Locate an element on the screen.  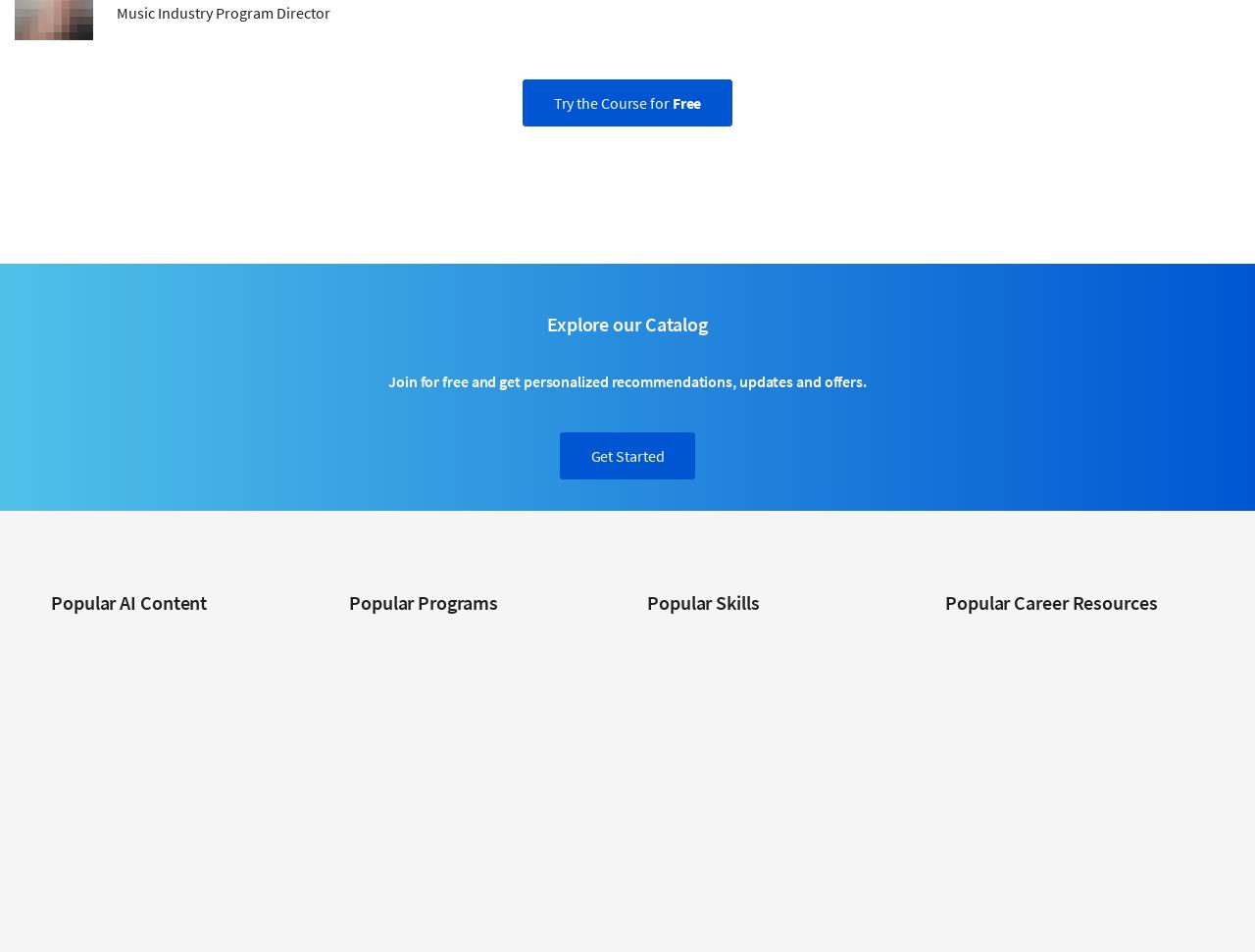
'Product Management Courses' is located at coordinates (733, 842).